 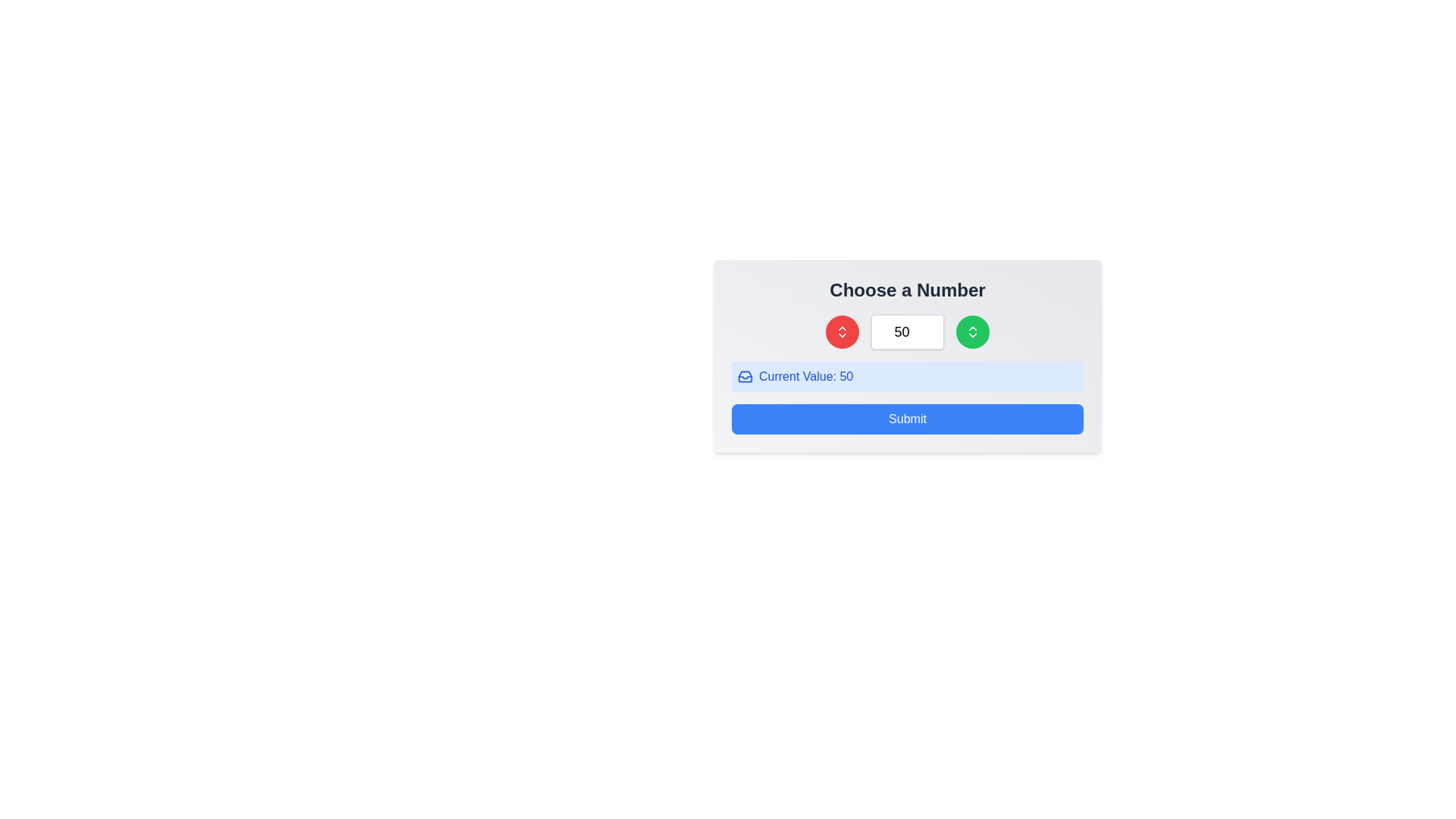 What do you see at coordinates (907, 376) in the screenshot?
I see `the Informational display panel that shows the current selected value of the associated number input, positioned directly above the 'Submit' button` at bounding box center [907, 376].